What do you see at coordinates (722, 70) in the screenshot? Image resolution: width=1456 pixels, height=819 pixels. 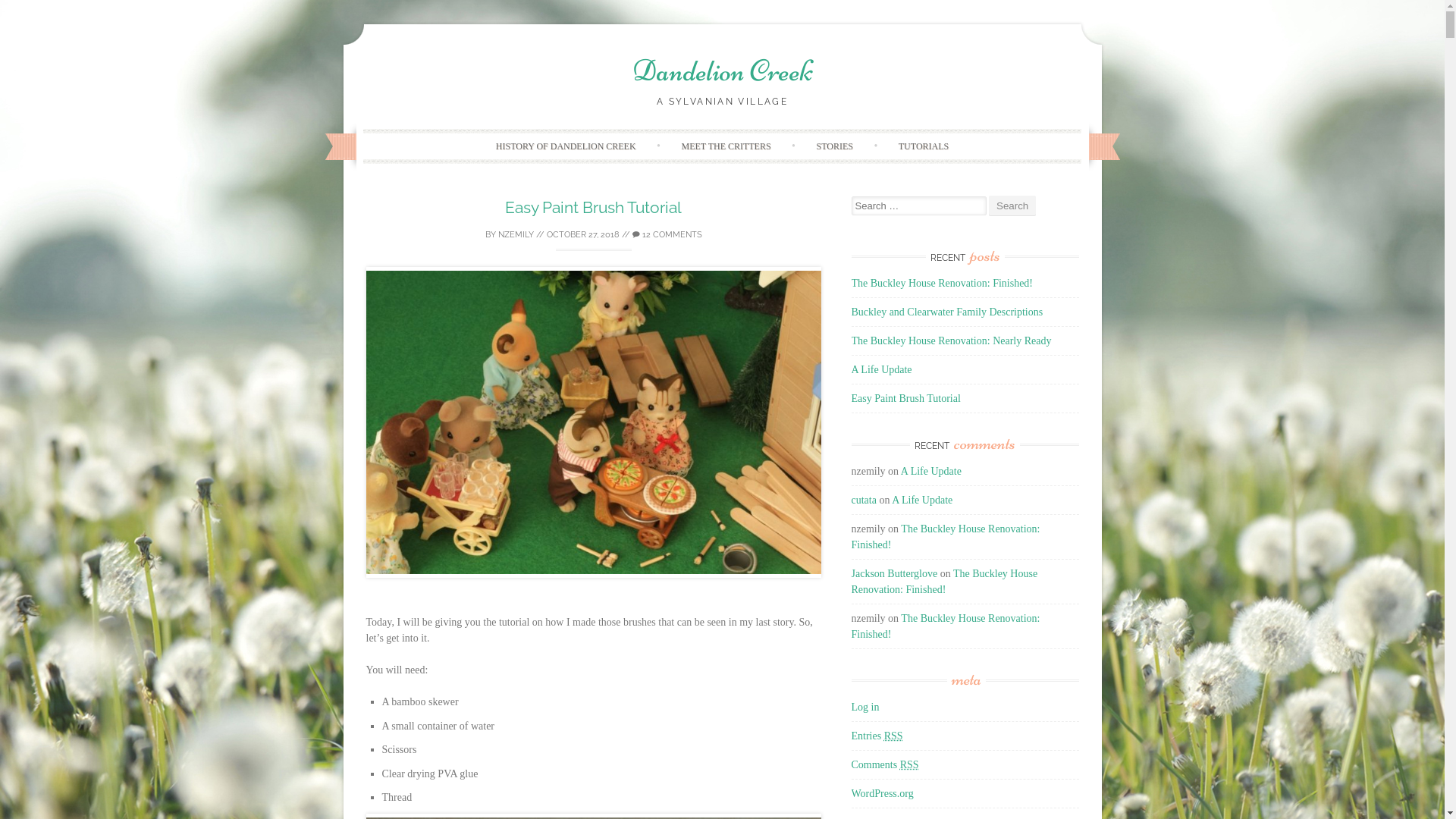 I see `'Dandelion Creek'` at bounding box center [722, 70].